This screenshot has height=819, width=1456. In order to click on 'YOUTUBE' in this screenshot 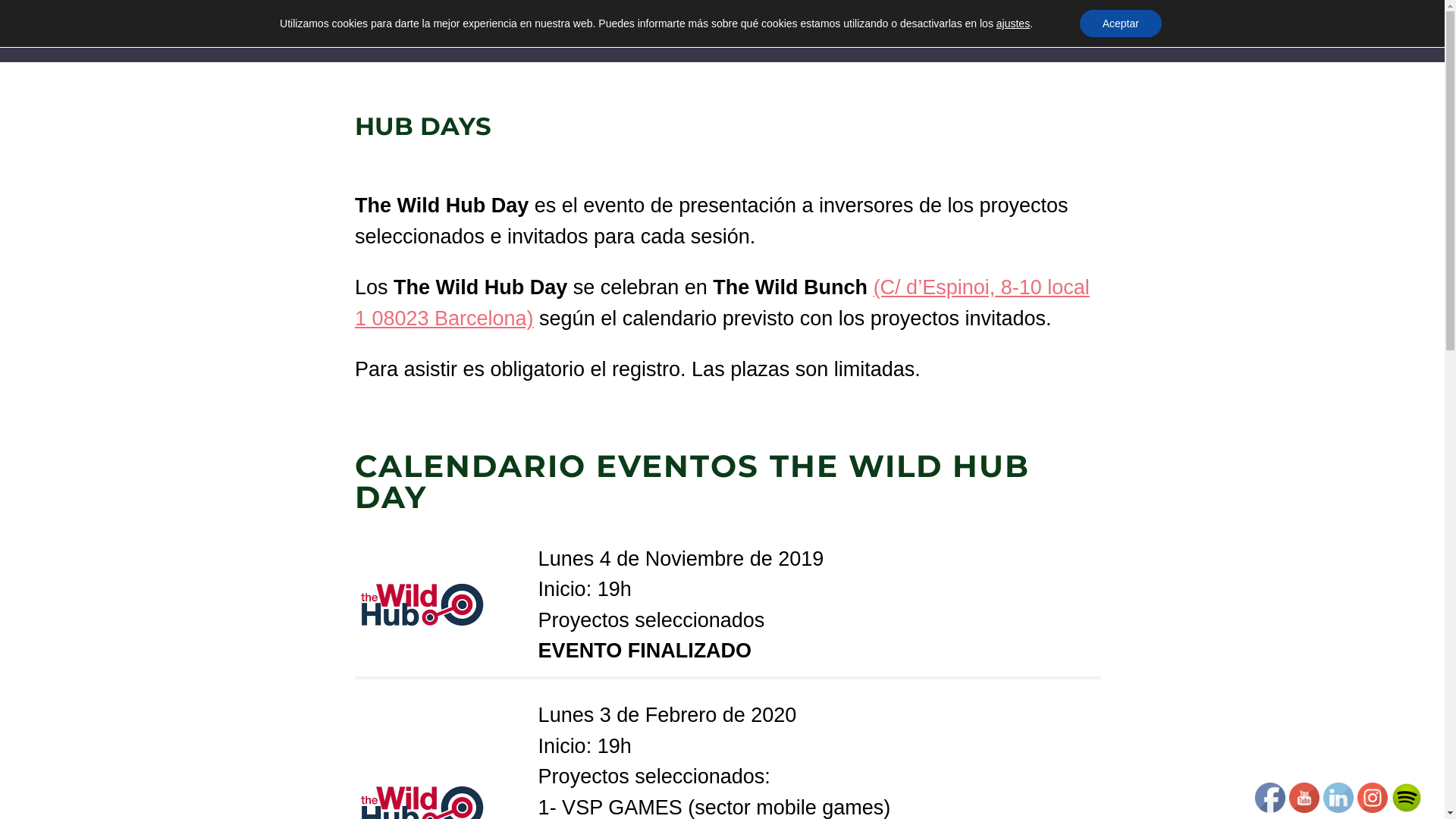, I will do `click(1303, 797)`.